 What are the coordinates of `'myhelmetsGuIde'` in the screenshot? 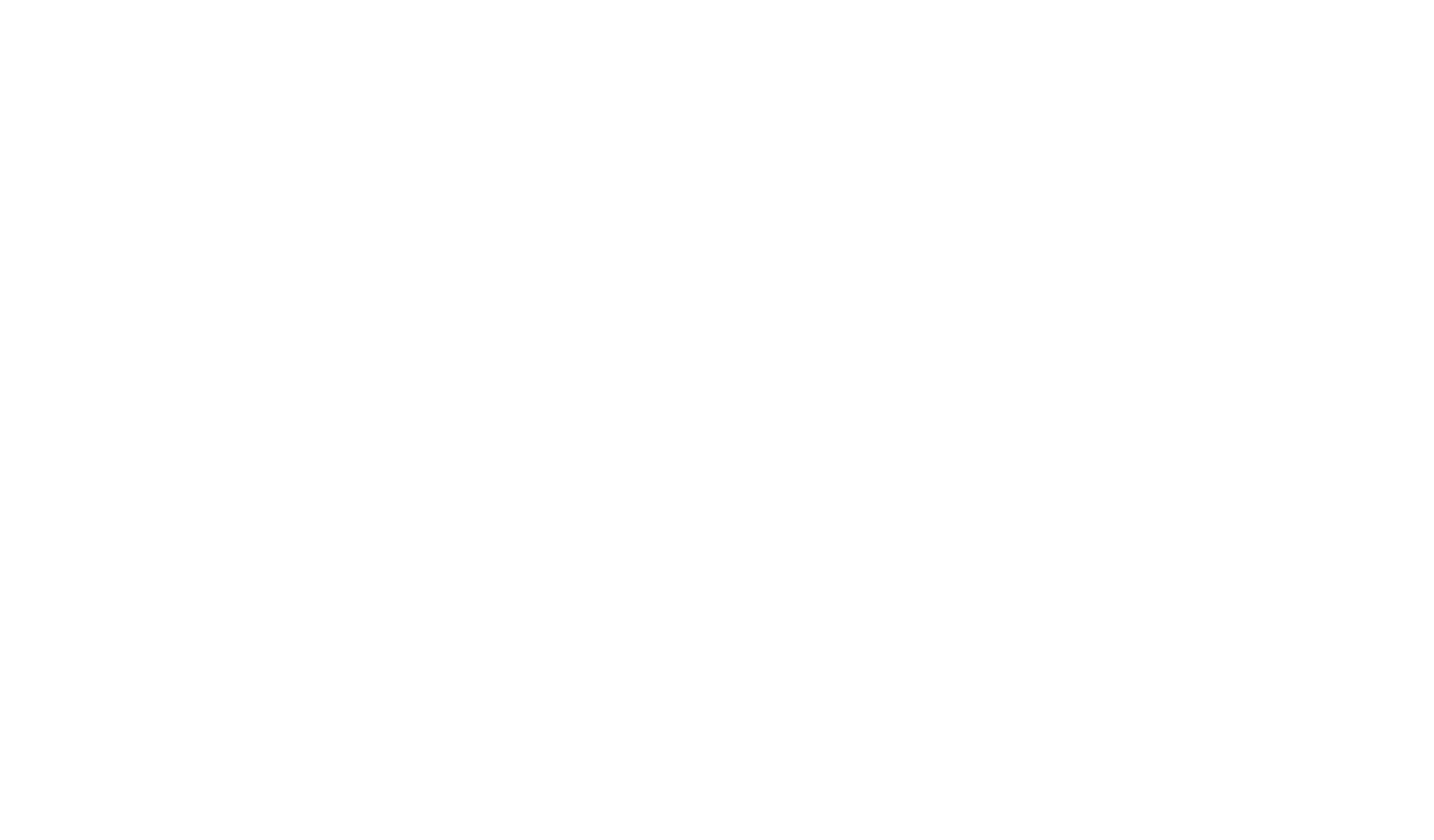 It's located at (300, 103).